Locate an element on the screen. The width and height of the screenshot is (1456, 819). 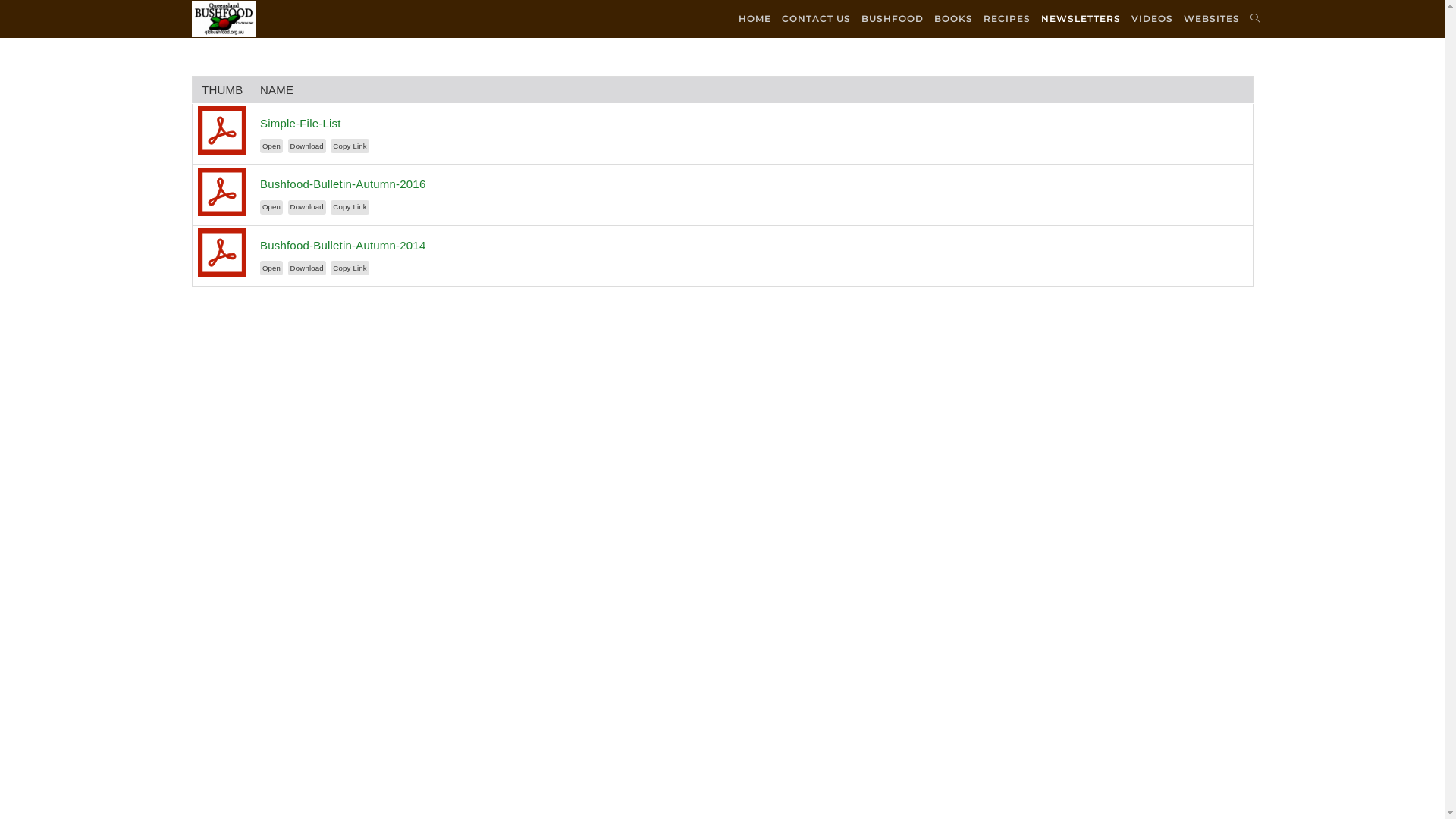
'NEWSLETTERS' is located at coordinates (1080, 18).